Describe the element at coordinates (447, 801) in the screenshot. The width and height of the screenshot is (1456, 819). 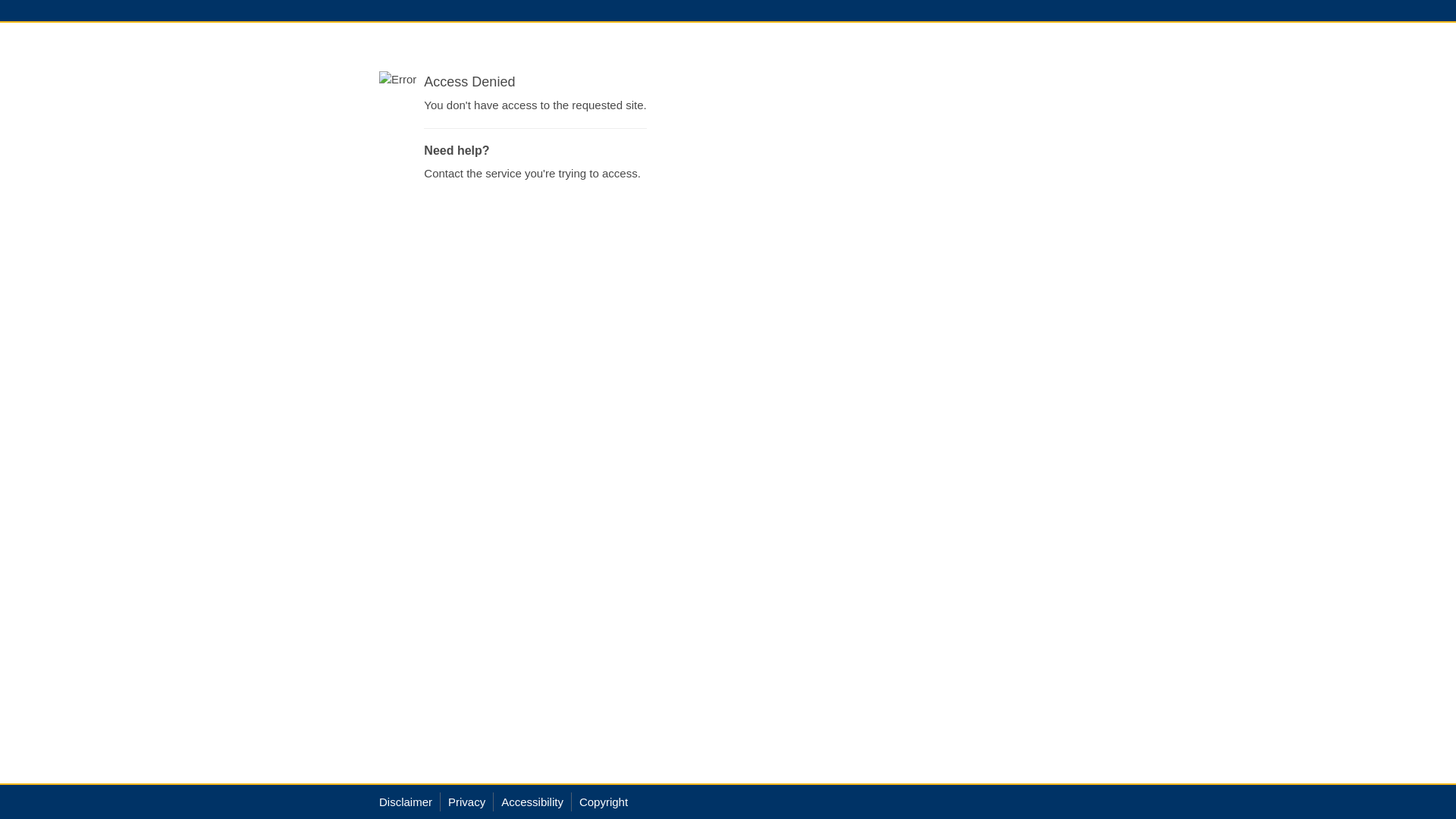
I see `'Privacy'` at that location.